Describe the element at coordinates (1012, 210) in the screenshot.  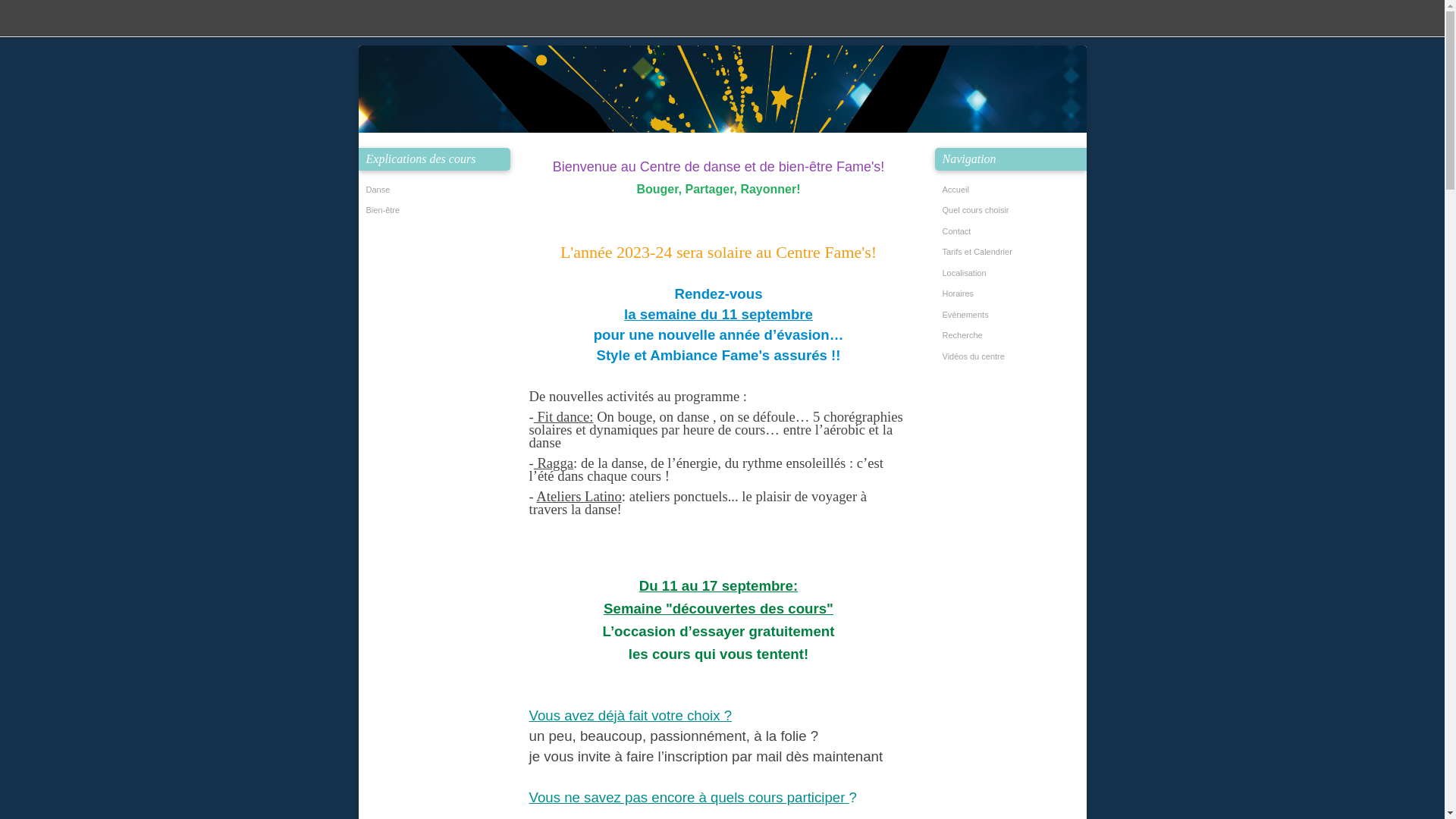
I see `'Quel cours choisir'` at that location.